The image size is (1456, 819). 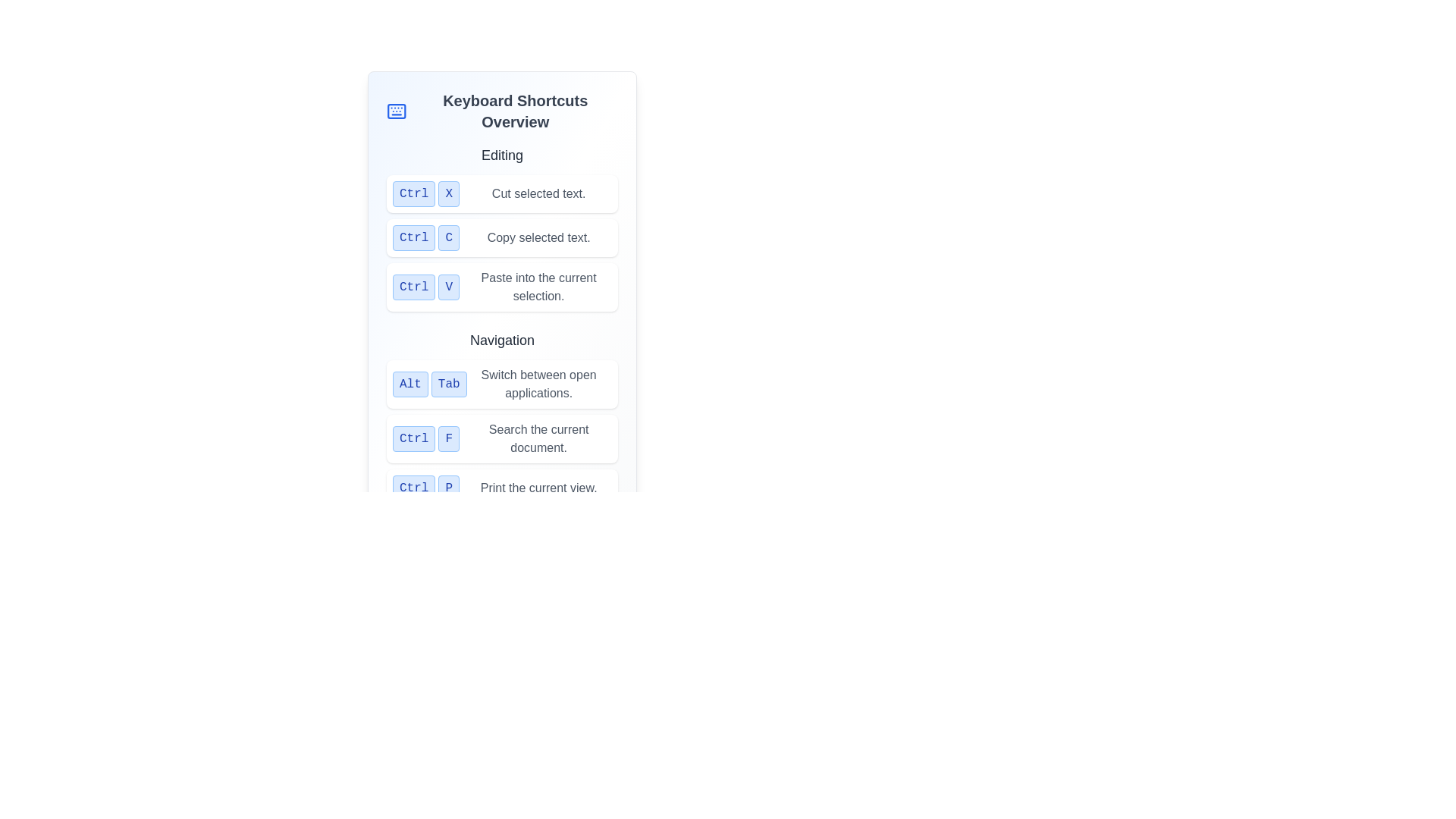 What do you see at coordinates (414, 193) in the screenshot?
I see `the rectangular button labeled 'Ctrl' with a light blue background and blue text, located under the 'Editing' header in the shortcut key overview panel` at bounding box center [414, 193].